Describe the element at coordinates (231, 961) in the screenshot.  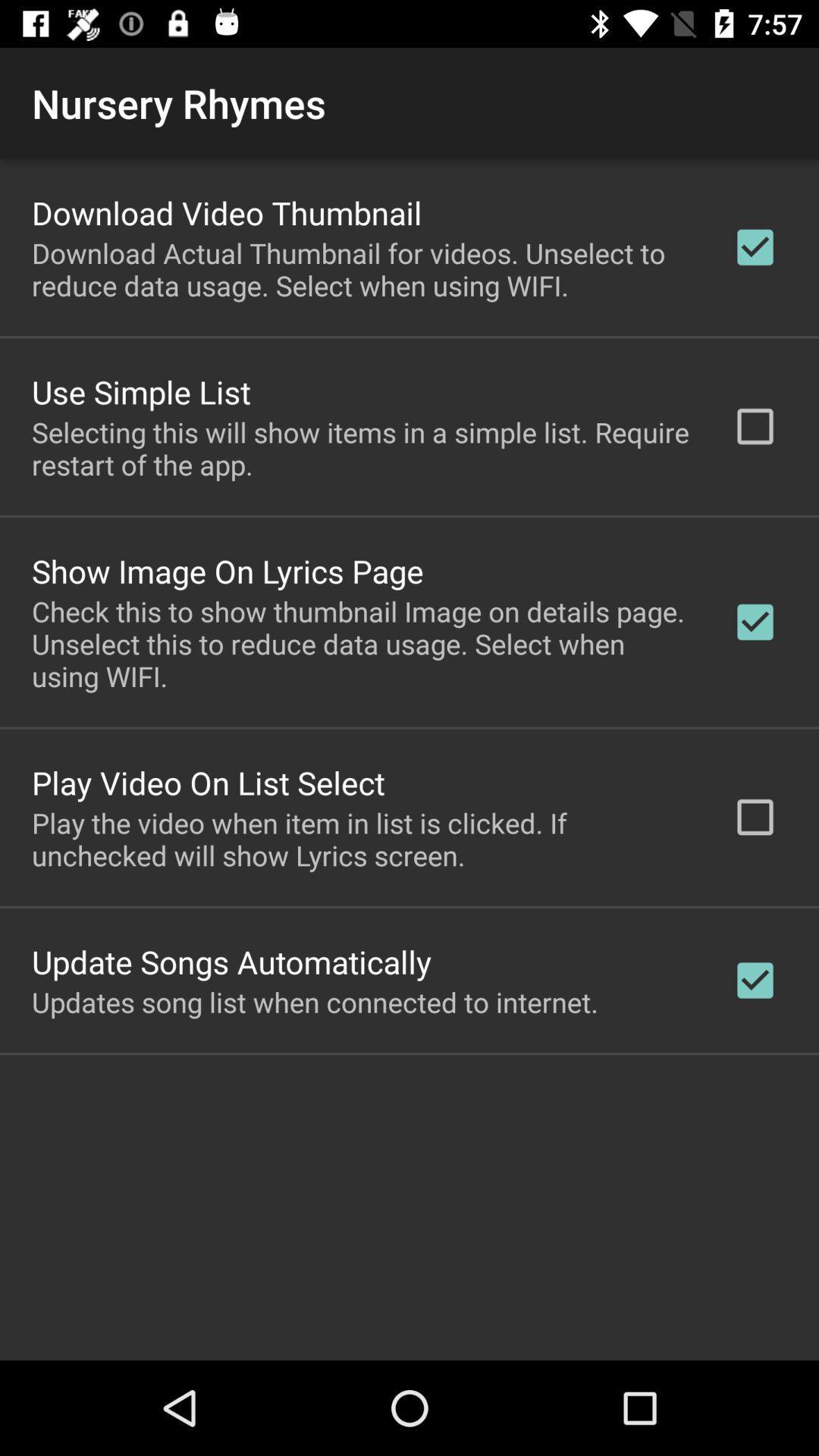
I see `item below the play the video icon` at that location.